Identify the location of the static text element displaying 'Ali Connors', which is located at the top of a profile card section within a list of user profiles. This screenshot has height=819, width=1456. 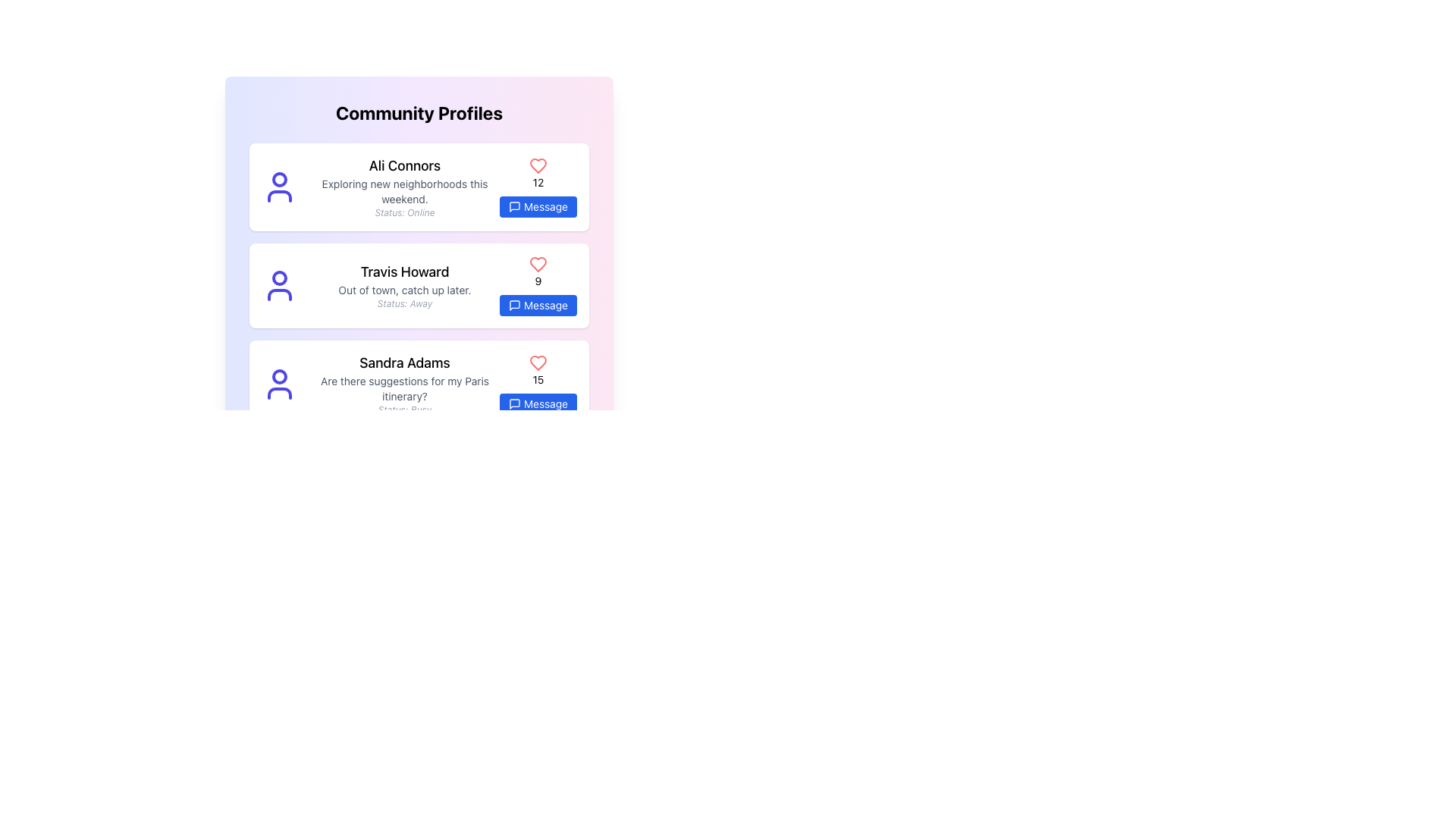
(404, 166).